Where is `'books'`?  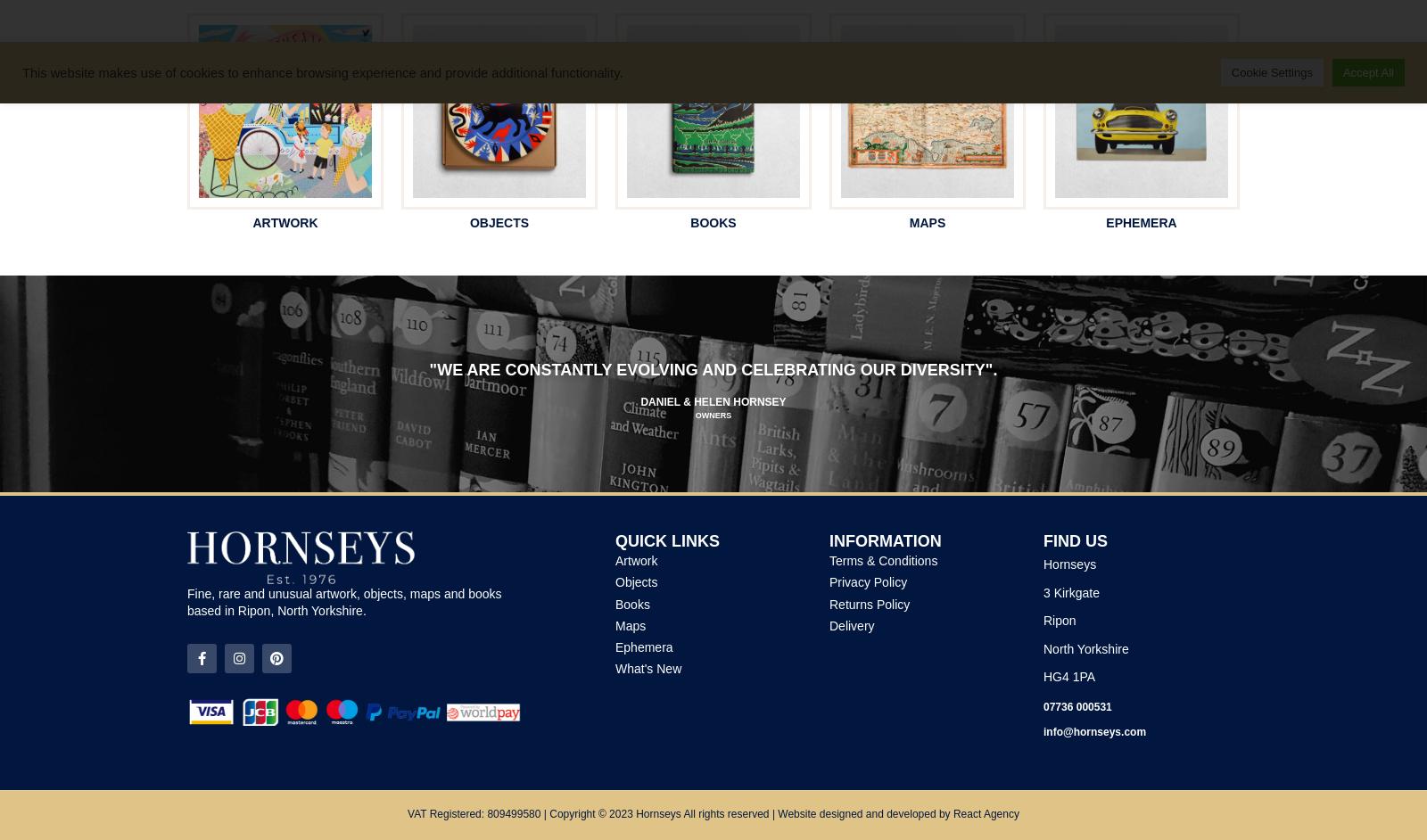
'books' is located at coordinates (713, 220).